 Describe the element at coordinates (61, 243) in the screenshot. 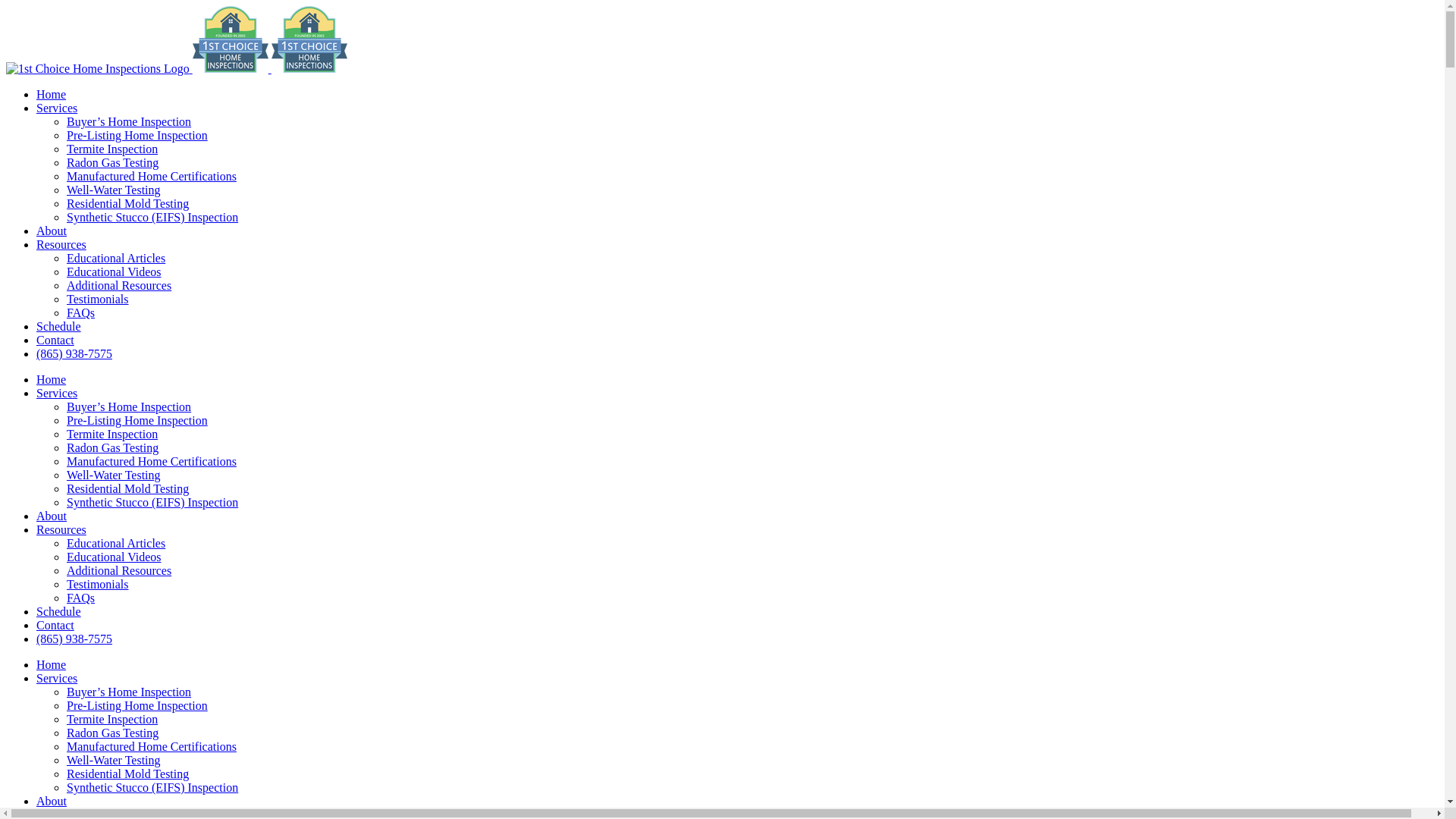

I see `'Resources'` at that location.